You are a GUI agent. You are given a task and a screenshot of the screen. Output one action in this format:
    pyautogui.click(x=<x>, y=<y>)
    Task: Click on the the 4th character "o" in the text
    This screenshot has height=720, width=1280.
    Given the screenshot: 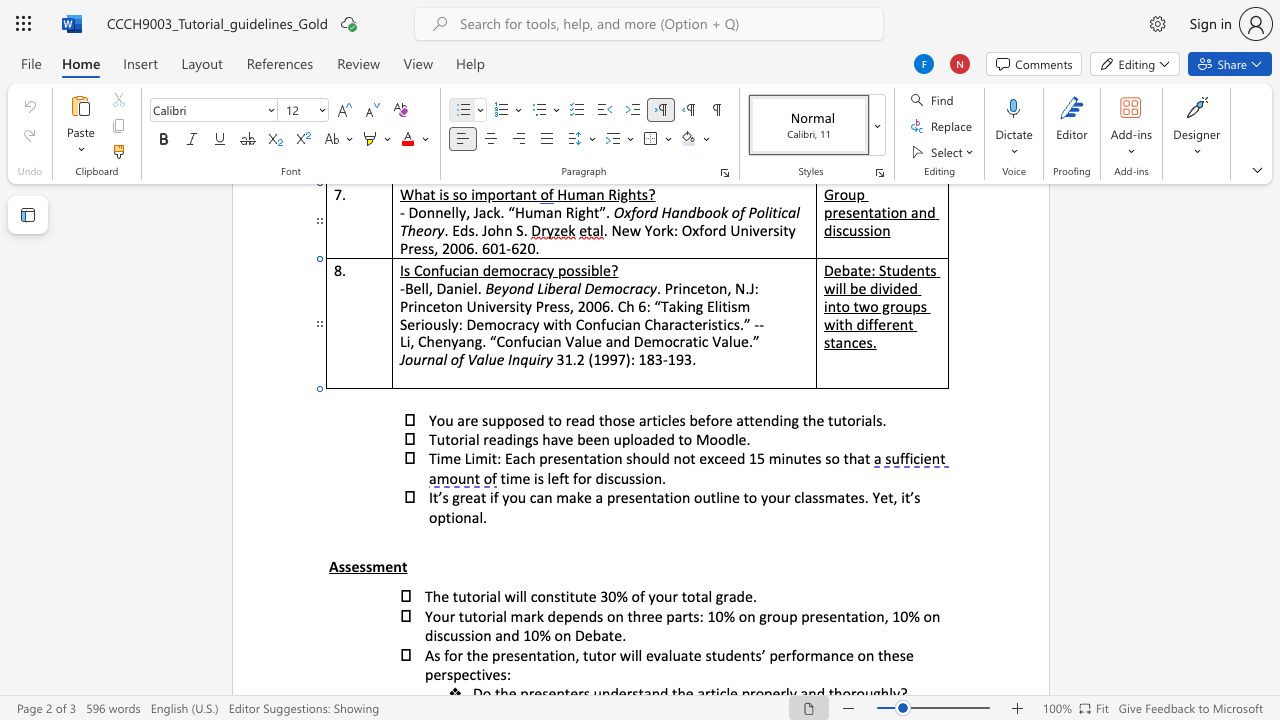 What is the action you would take?
    pyautogui.click(x=752, y=496)
    